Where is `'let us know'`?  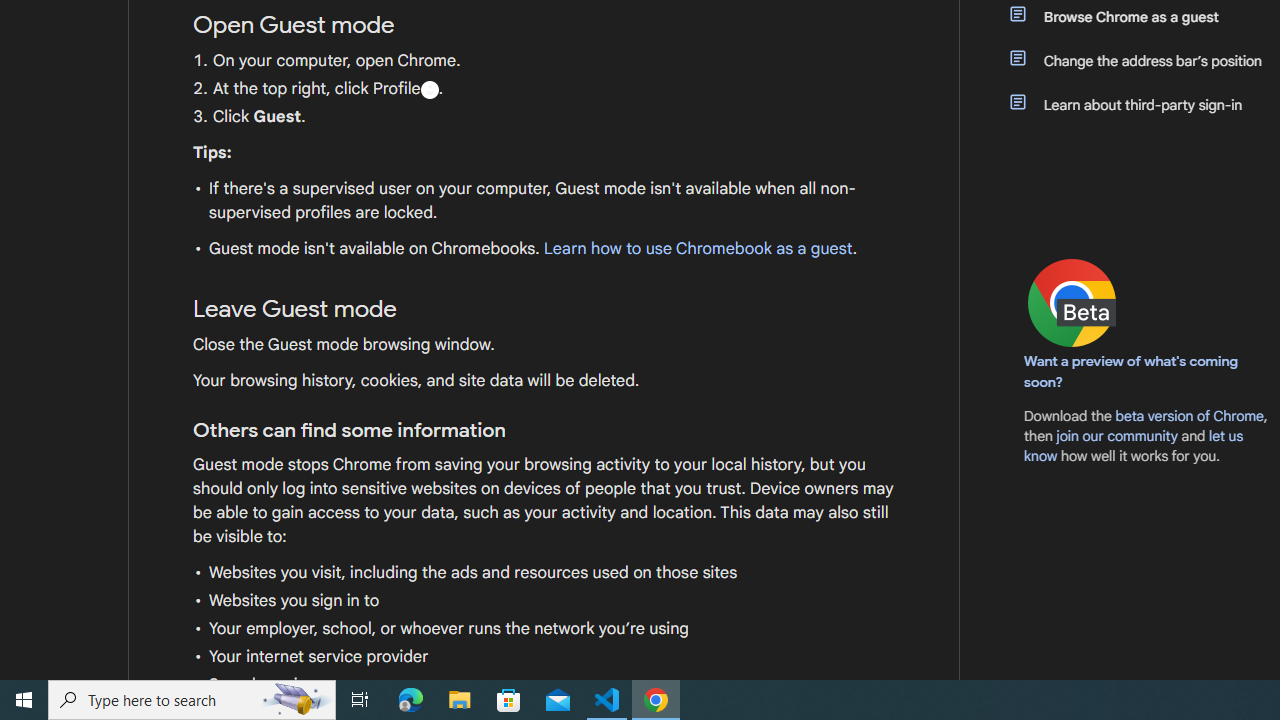 'let us know' is located at coordinates (1134, 445).